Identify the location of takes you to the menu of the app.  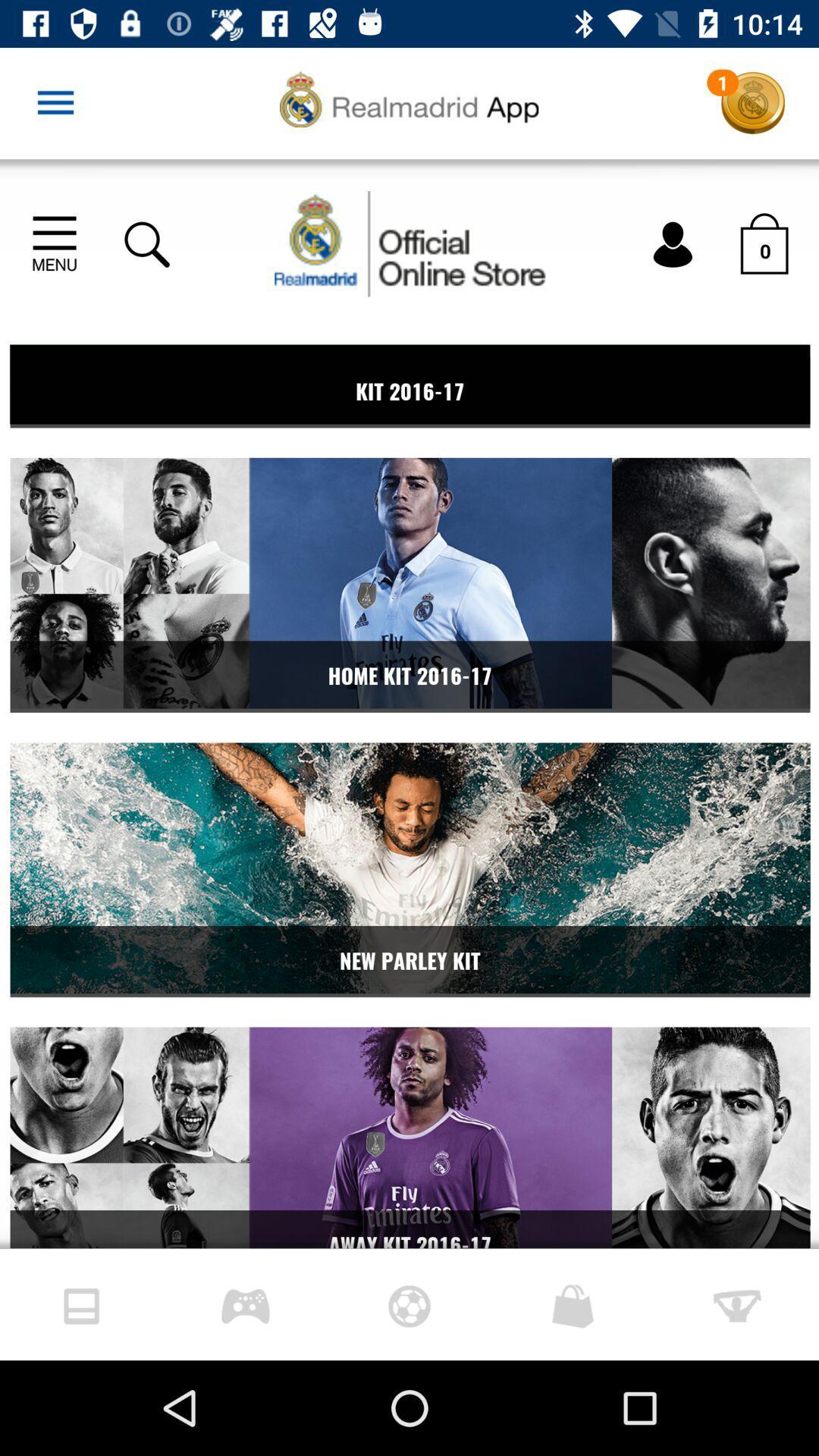
(55, 102).